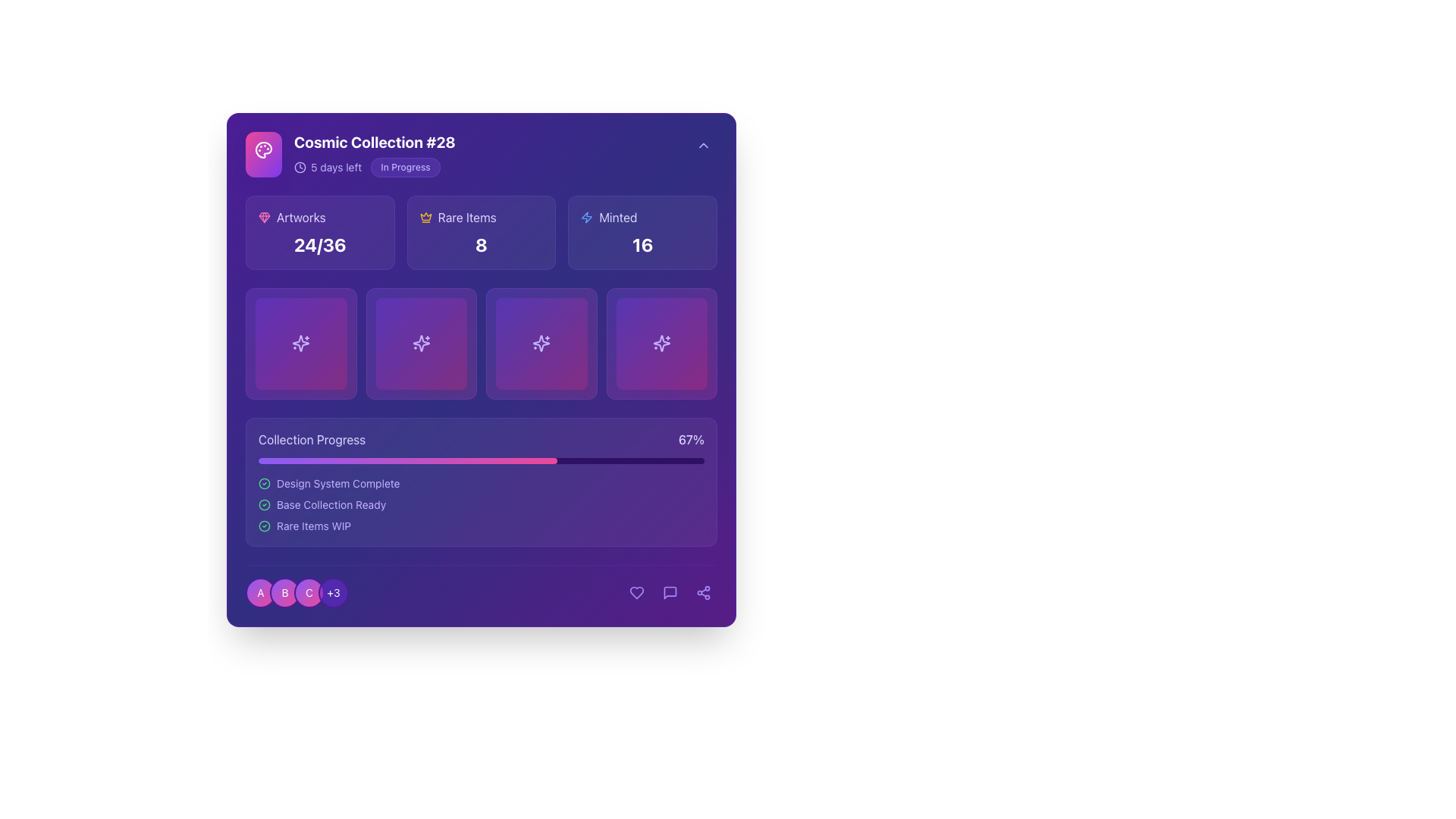 Image resolution: width=1456 pixels, height=819 pixels. I want to click on the icon representing a gem or collection item located in the top-left corner of the purple card header, adjacent to the text 'Cosmic Collection #28', so click(265, 217).